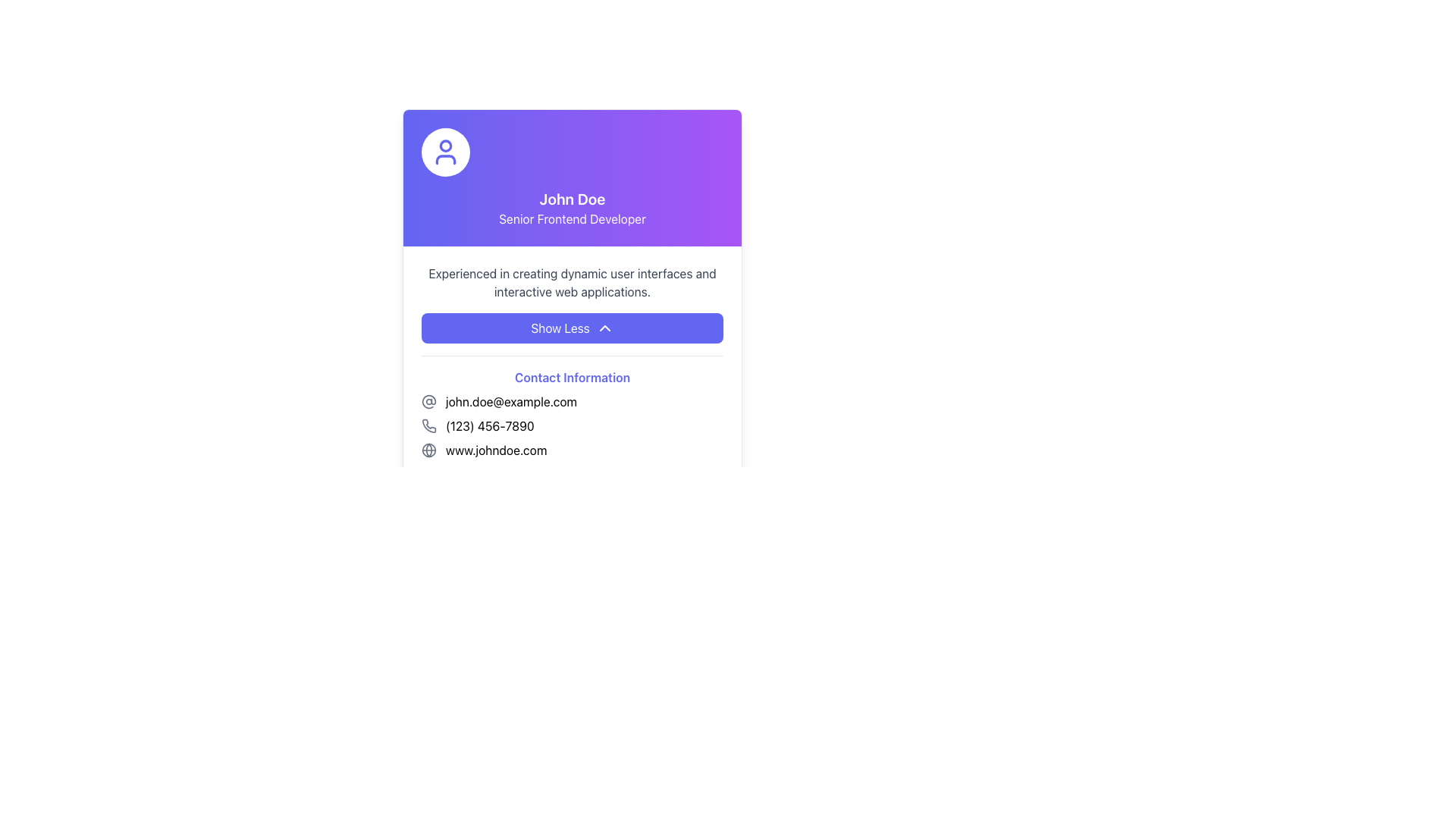 The width and height of the screenshot is (1456, 819). What do you see at coordinates (571, 283) in the screenshot?
I see `the static text block that contains the description 'Experienced in creating dynamic user interfaces and interactive web applications.' It is positioned centrally in a card layout, below the title 'Senior Frontend Developer' and above the button labeled 'Show Less.'` at bounding box center [571, 283].